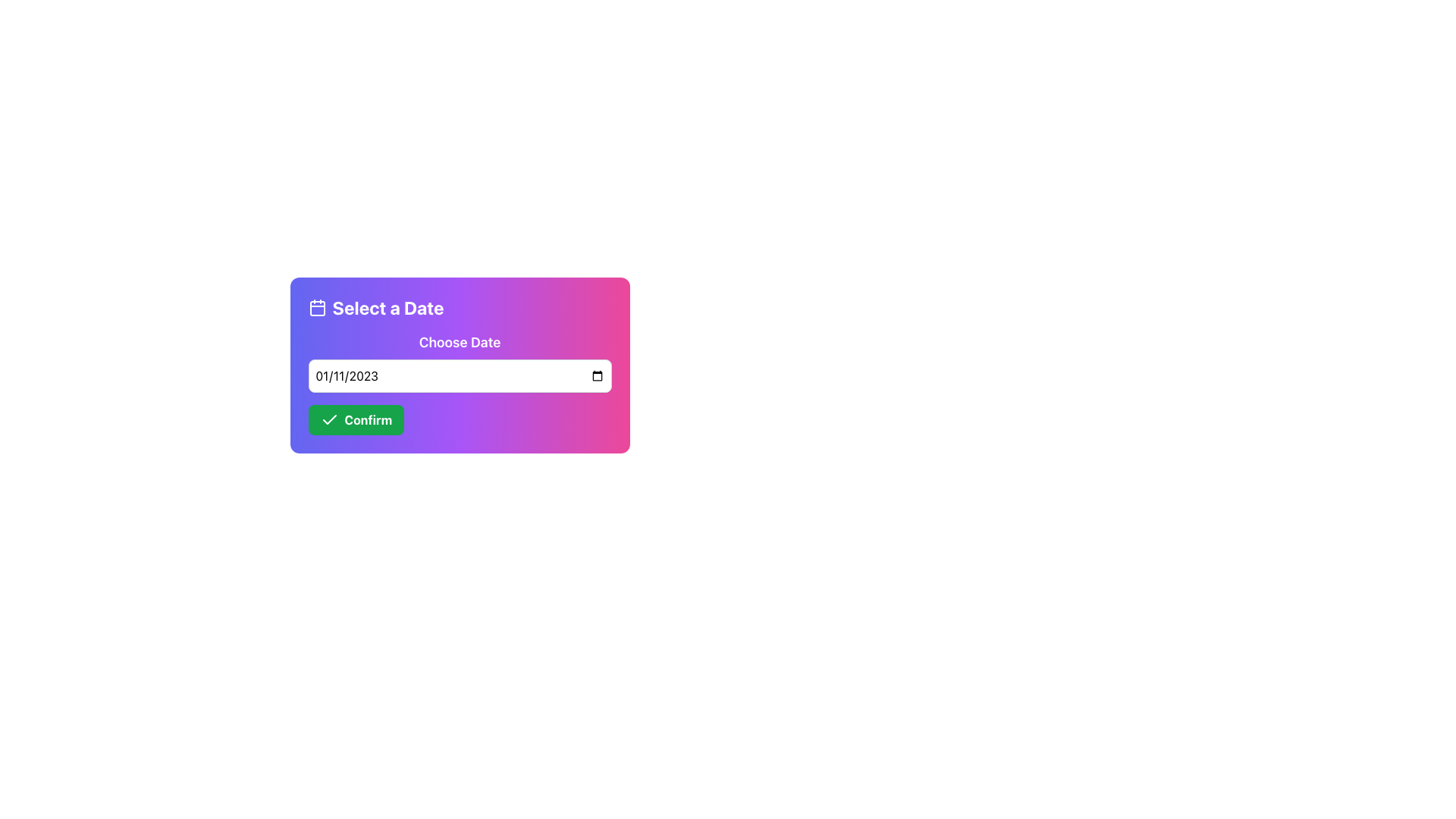 This screenshot has width=1456, height=819. I want to click on the 'Choose Date' text label, which is bold and positioned above the date input box, so click(459, 362).